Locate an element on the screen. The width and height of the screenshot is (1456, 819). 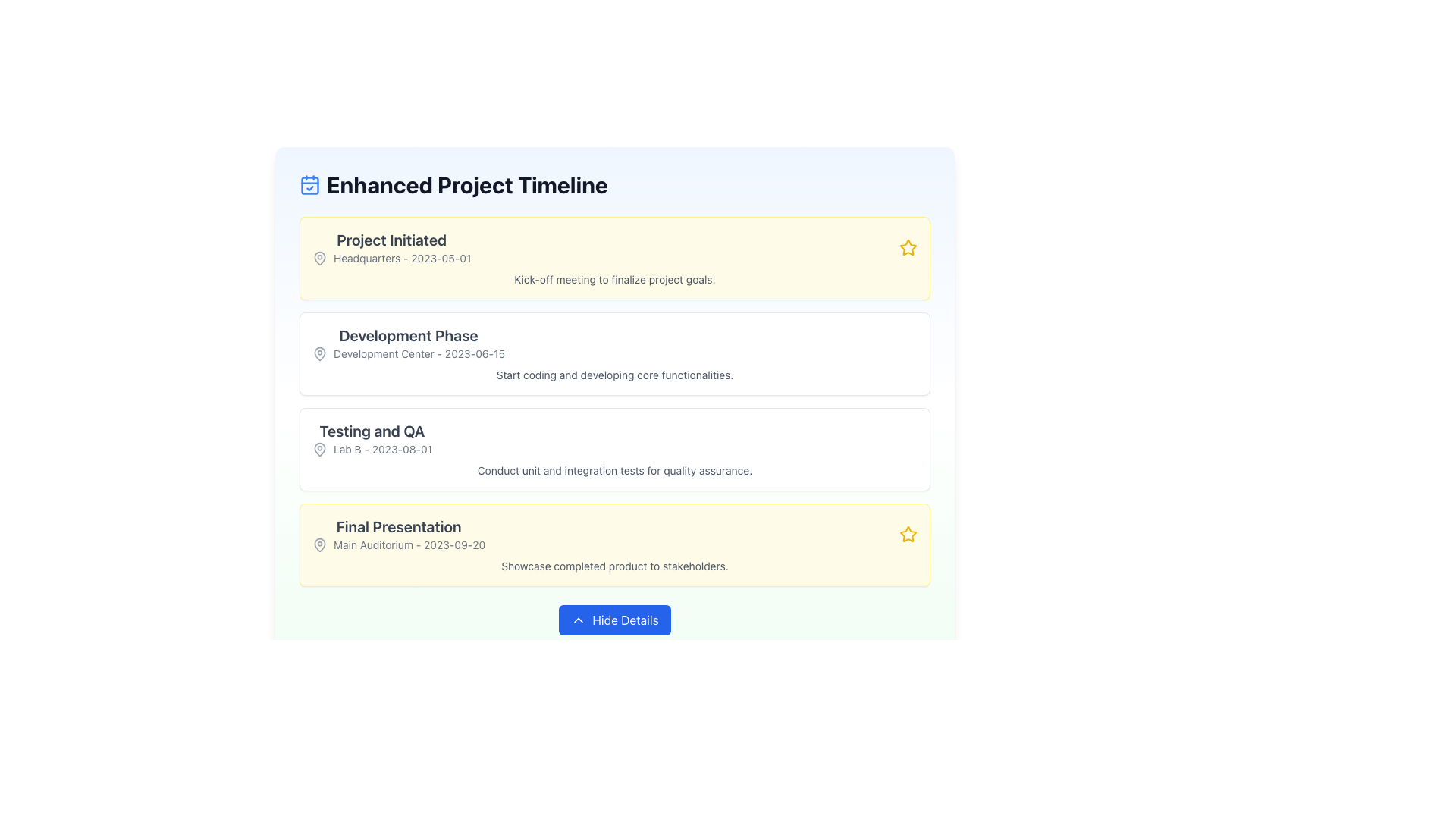
the Location marker icon next to the 'Lab B - 2023-08-01' label in the third timeline entry labeled 'Testing and QA' of the 'Enhanced Project Timeline' interface is located at coordinates (319, 447).